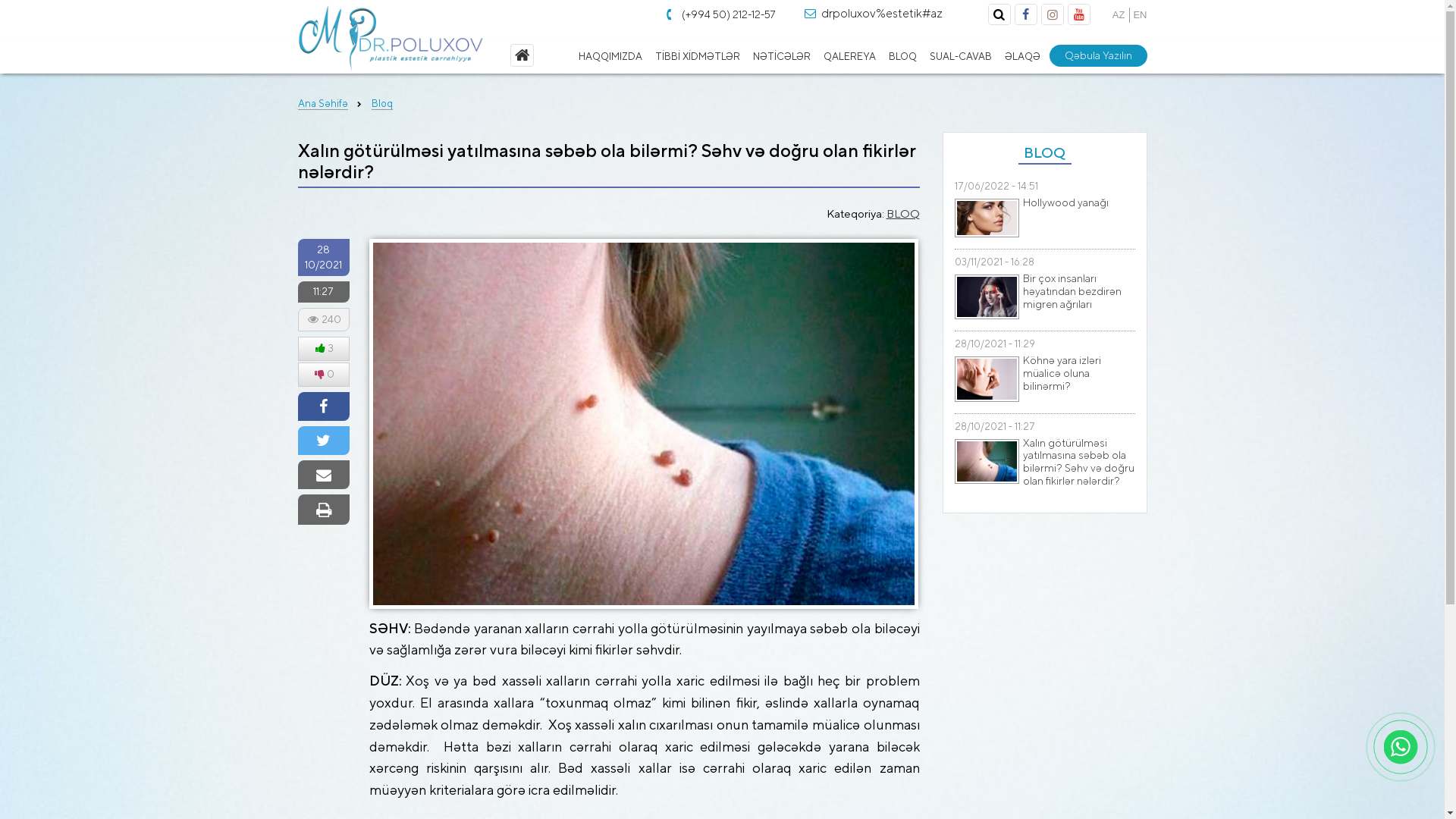  Describe the element at coordinates (885, 213) in the screenshot. I see `'BLOQ'` at that location.